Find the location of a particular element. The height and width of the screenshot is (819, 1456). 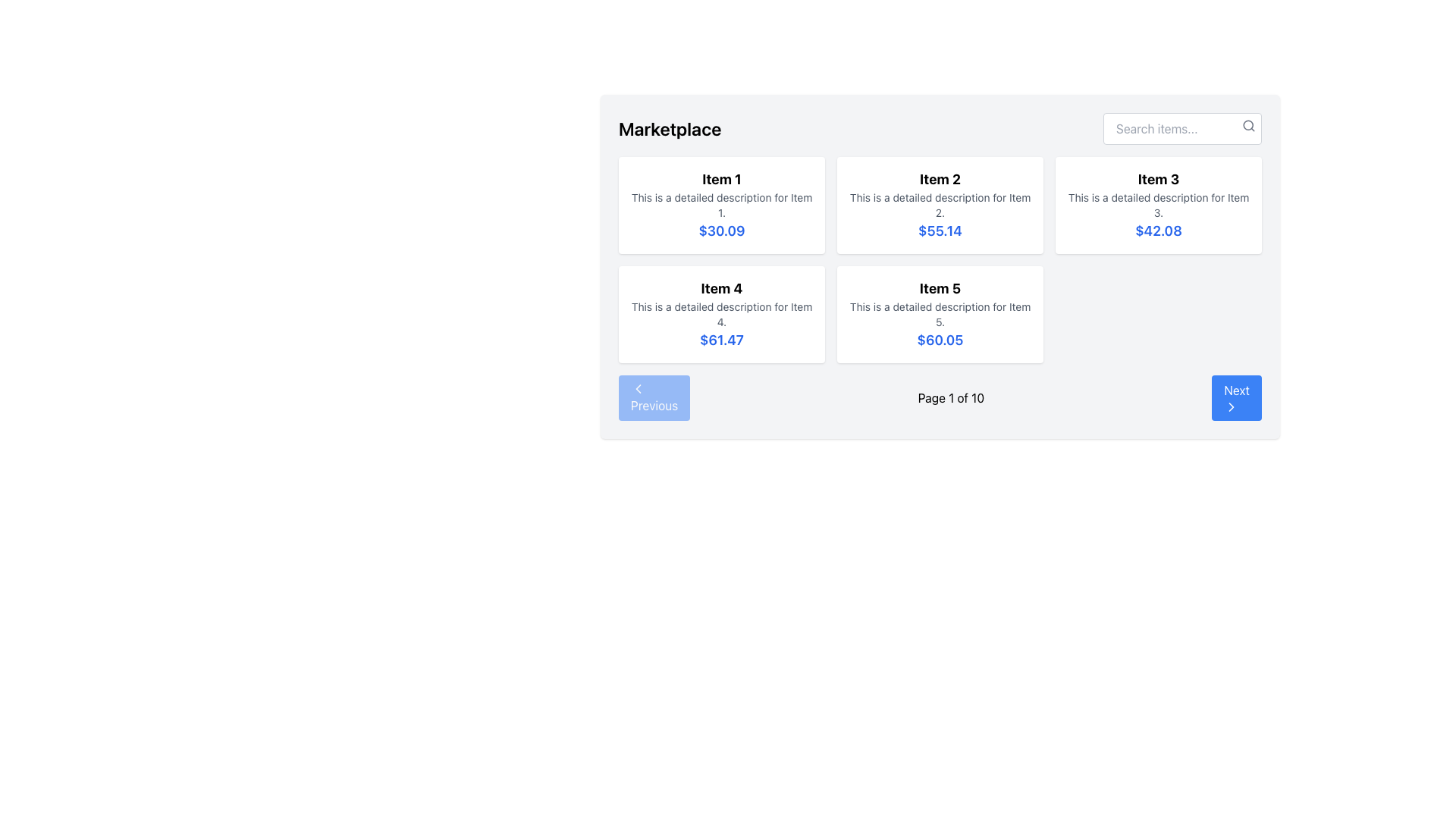

the rightward-pointing chevron icon inside the blue rectangular 'Next' button is located at coordinates (1232, 406).